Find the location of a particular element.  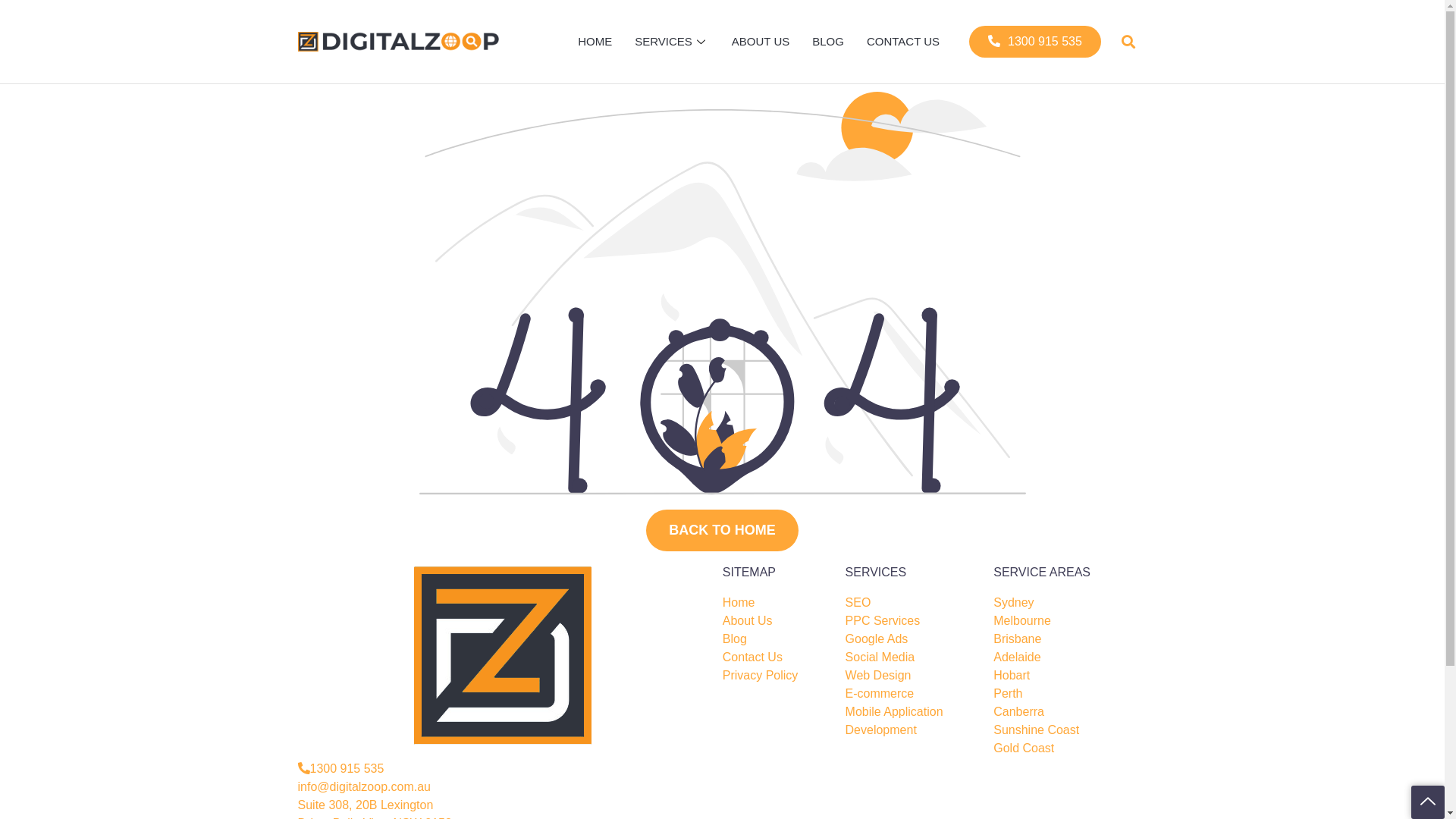

'About Us' is located at coordinates (747, 620).